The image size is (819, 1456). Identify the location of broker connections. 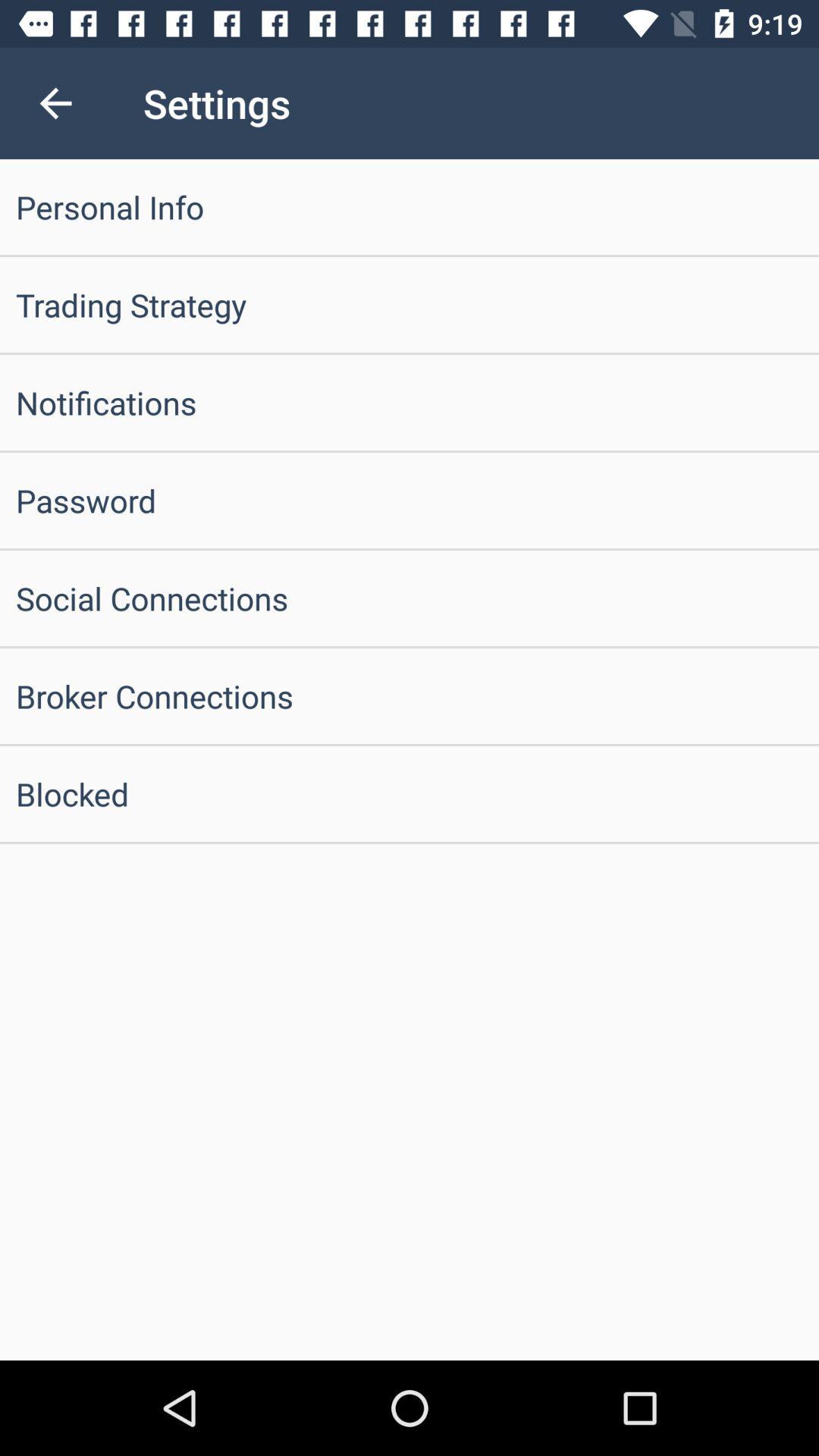
(409, 695).